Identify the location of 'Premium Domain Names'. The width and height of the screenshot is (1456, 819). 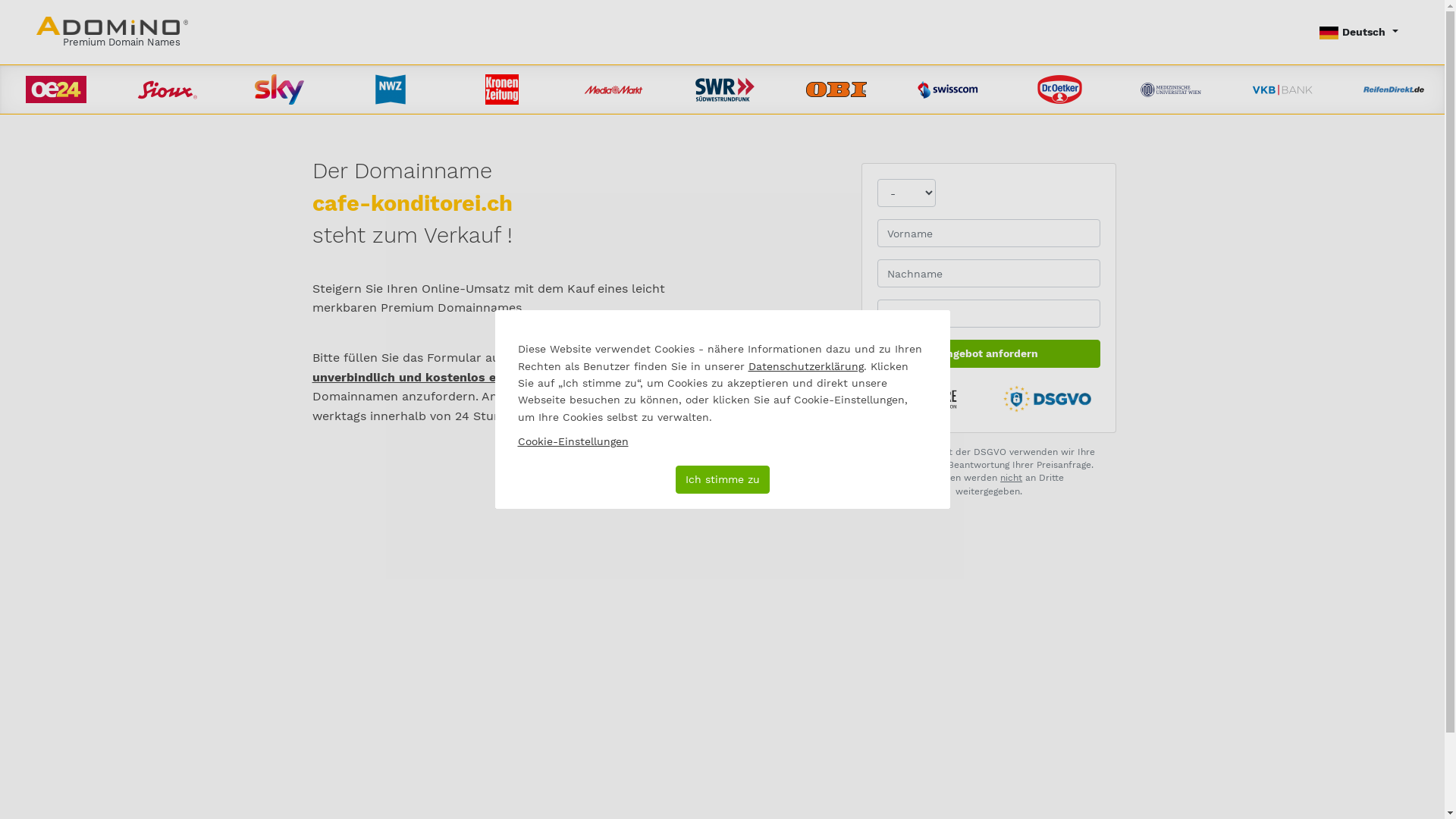
(36, 32).